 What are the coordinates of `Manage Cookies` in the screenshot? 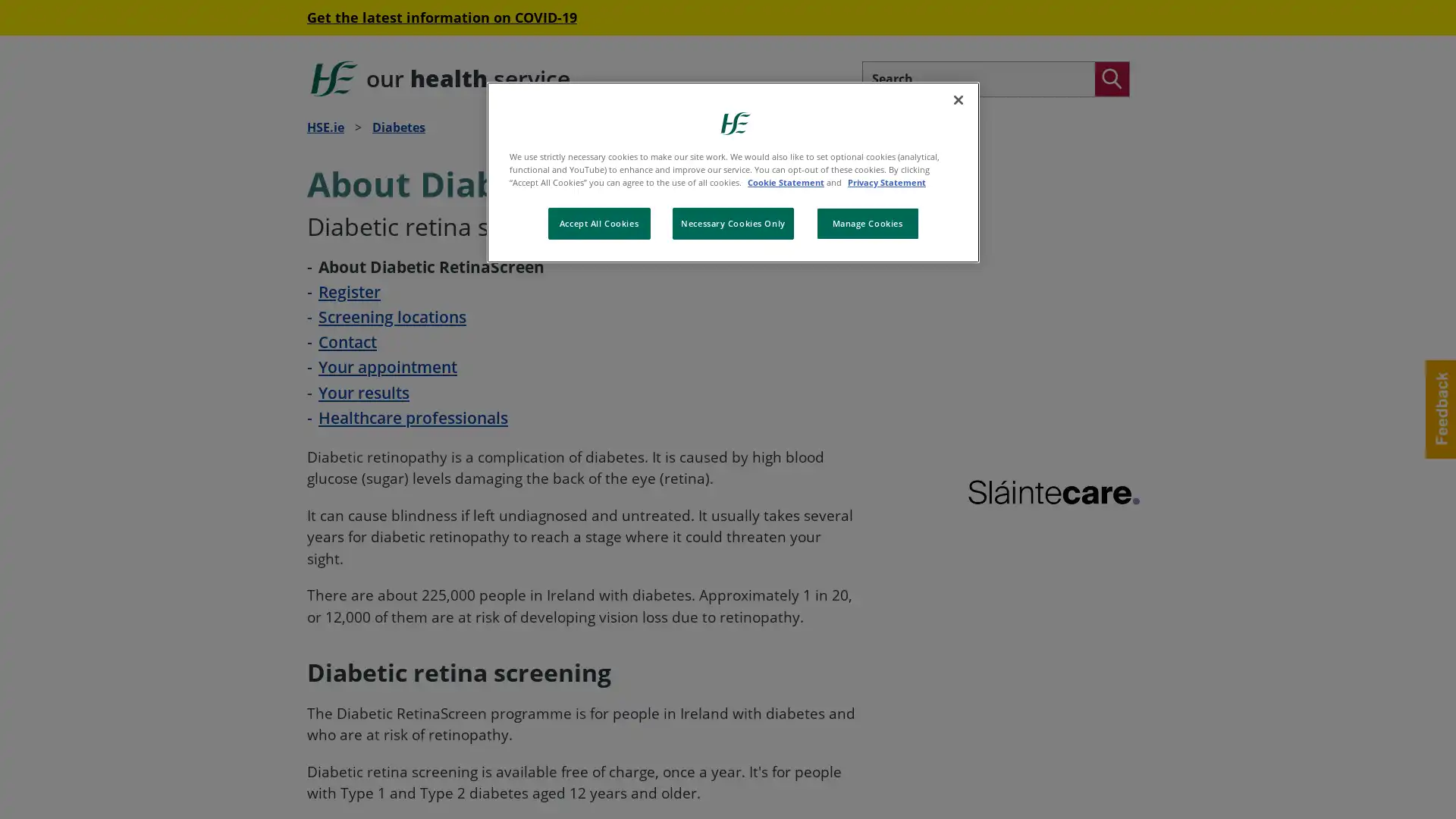 It's located at (867, 223).